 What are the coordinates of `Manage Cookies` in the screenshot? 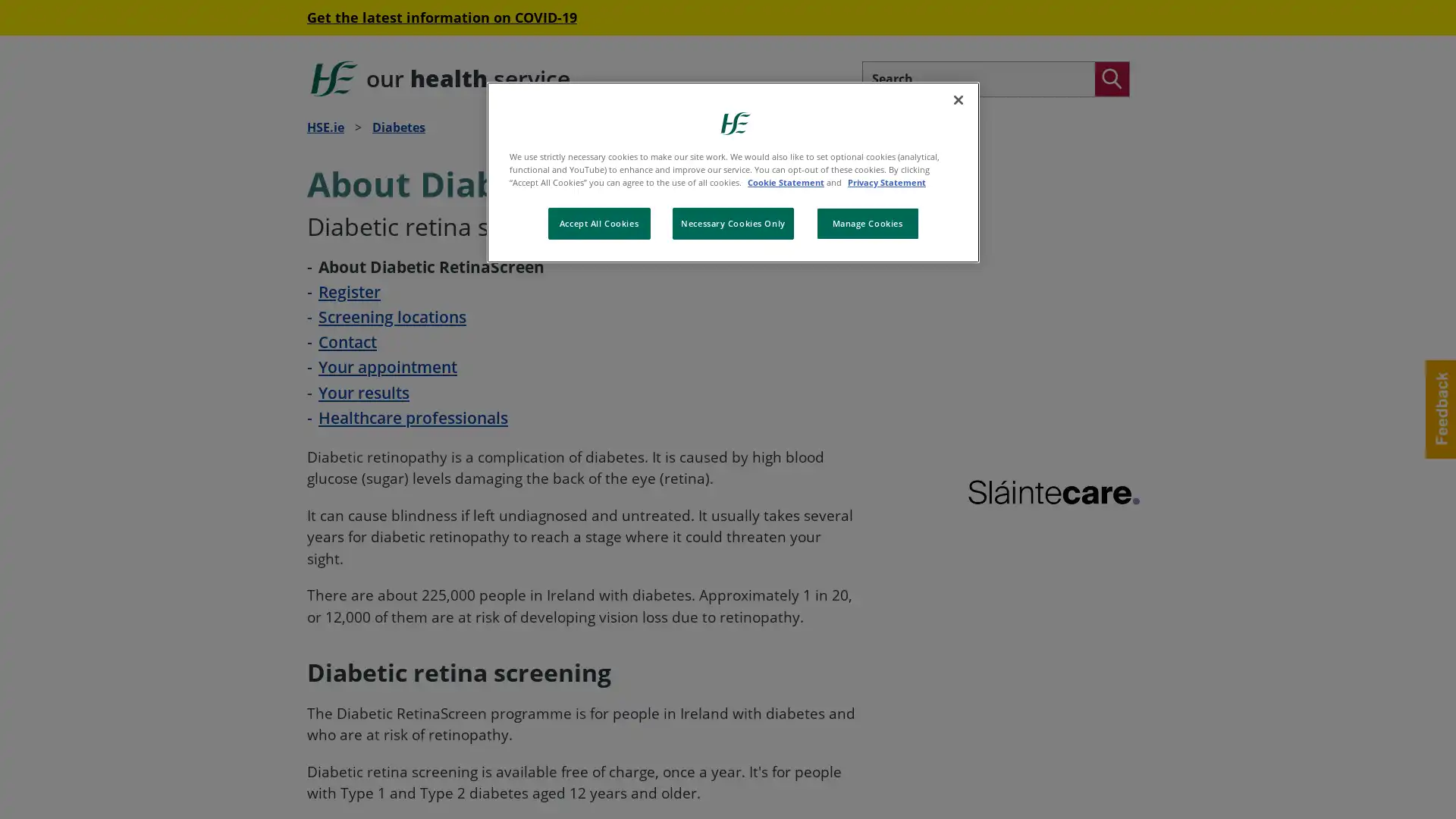 It's located at (867, 223).